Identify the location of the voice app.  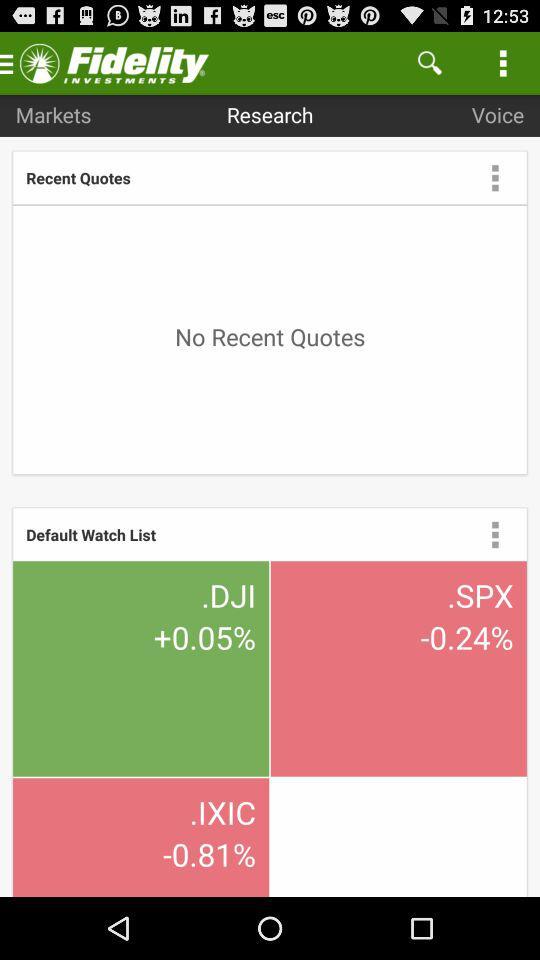
(496, 114).